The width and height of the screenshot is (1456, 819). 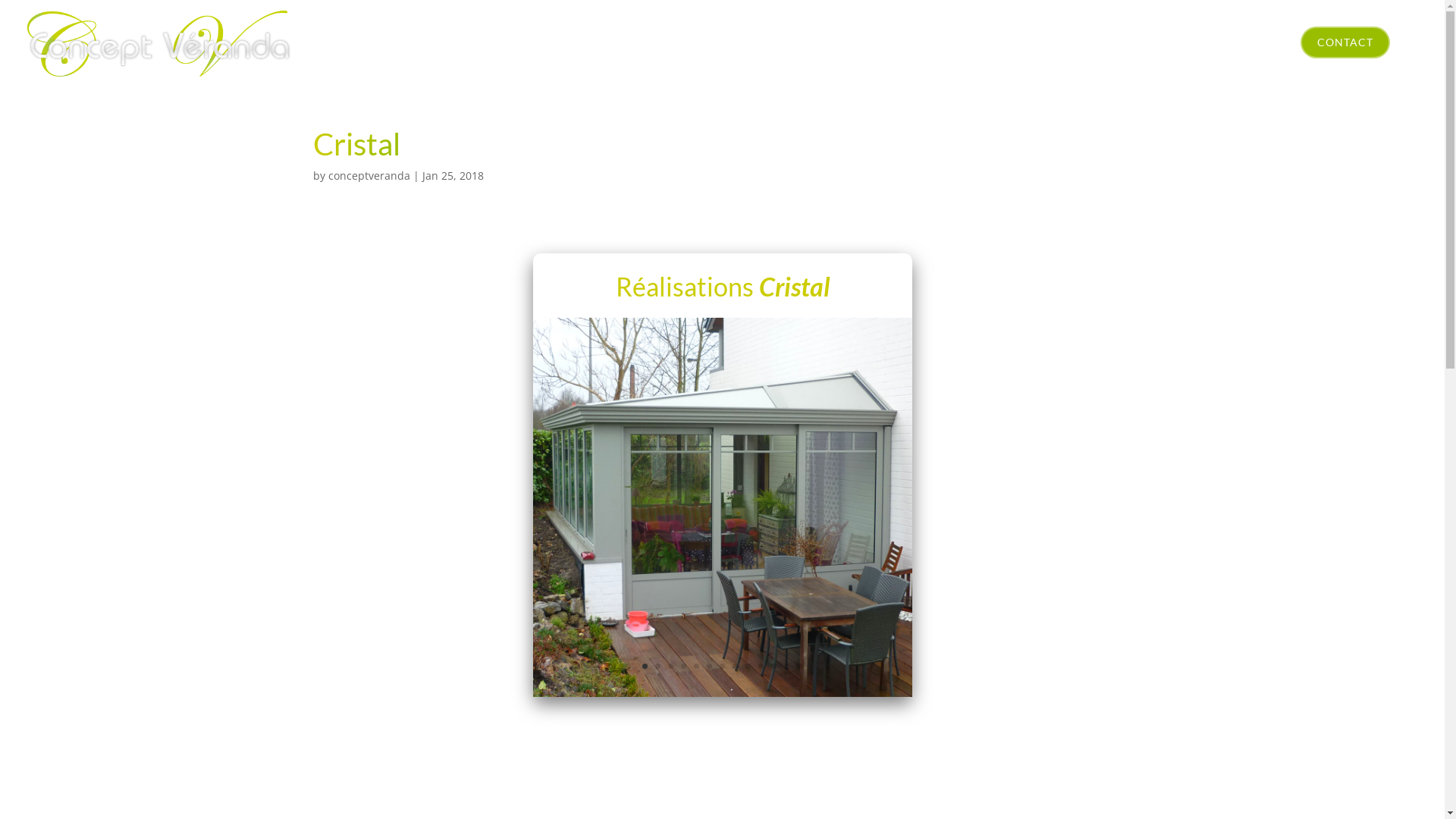 I want to click on '3', so click(x=670, y=665).